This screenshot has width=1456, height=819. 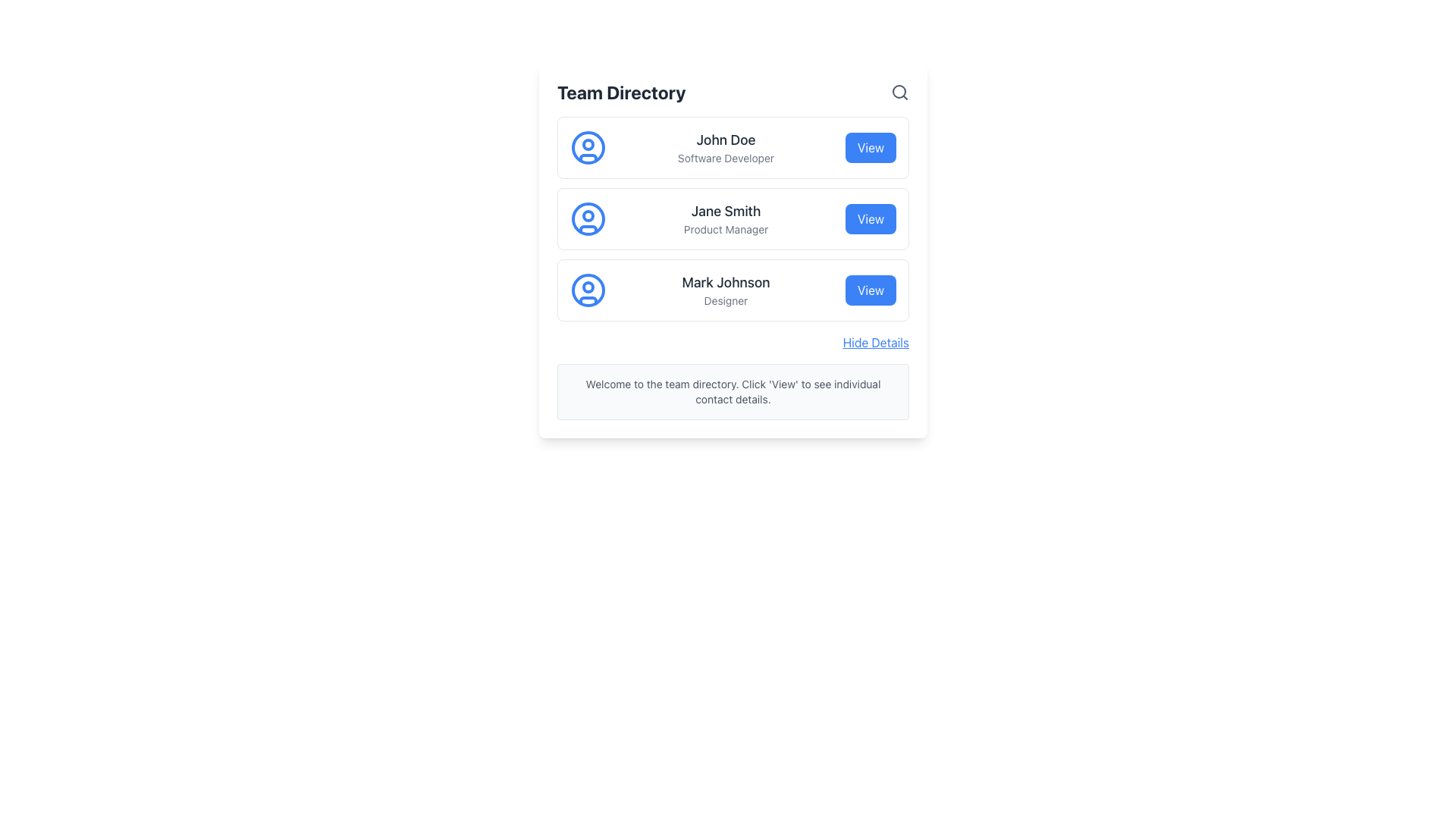 I want to click on displayed information on the Profile Card for 'Jane Smith', which includes the name in bold and the title 'Product Manager', so click(x=733, y=219).